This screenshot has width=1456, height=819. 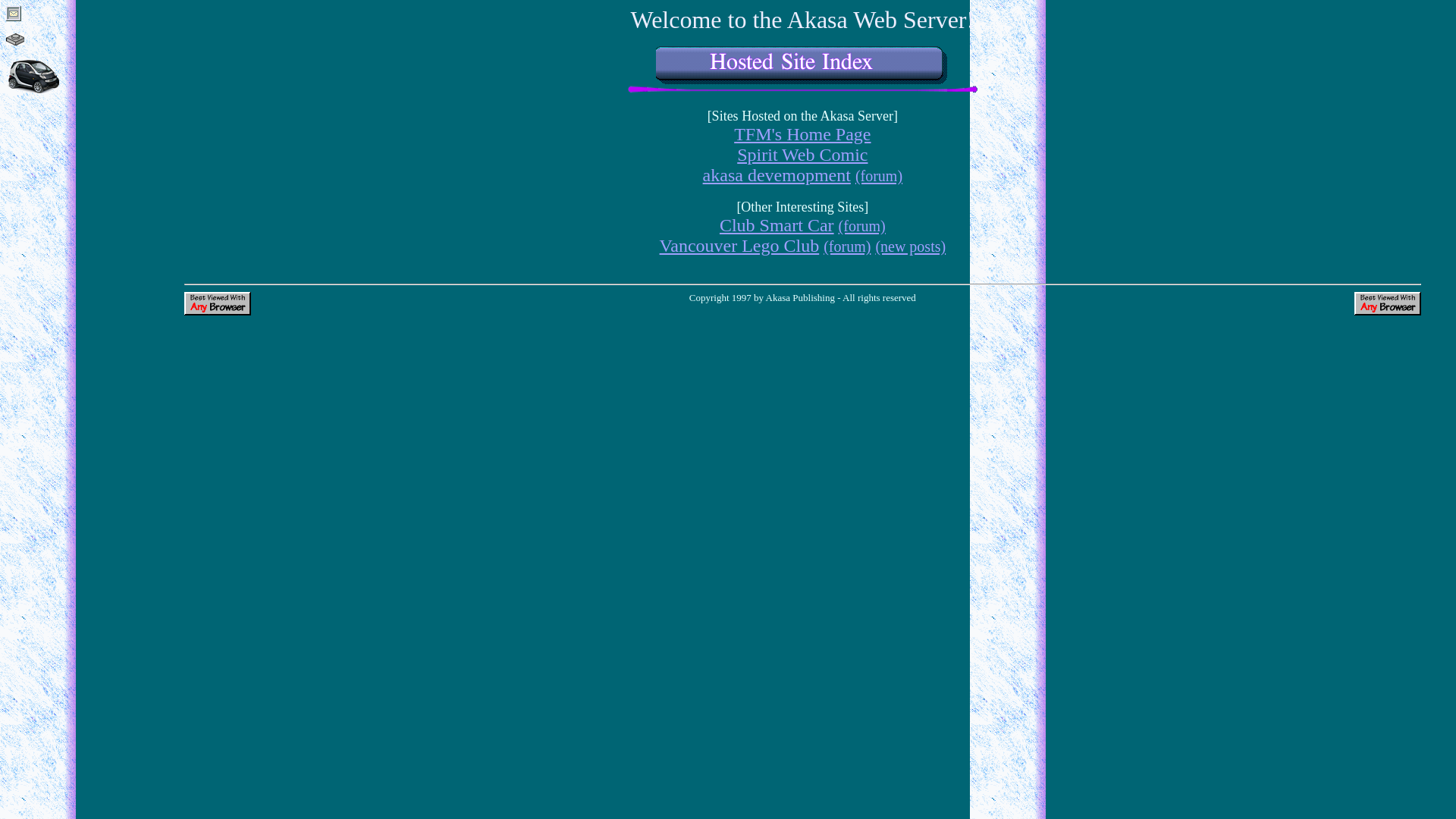 What do you see at coordinates (739, 245) in the screenshot?
I see `'Vancouver Lego Club'` at bounding box center [739, 245].